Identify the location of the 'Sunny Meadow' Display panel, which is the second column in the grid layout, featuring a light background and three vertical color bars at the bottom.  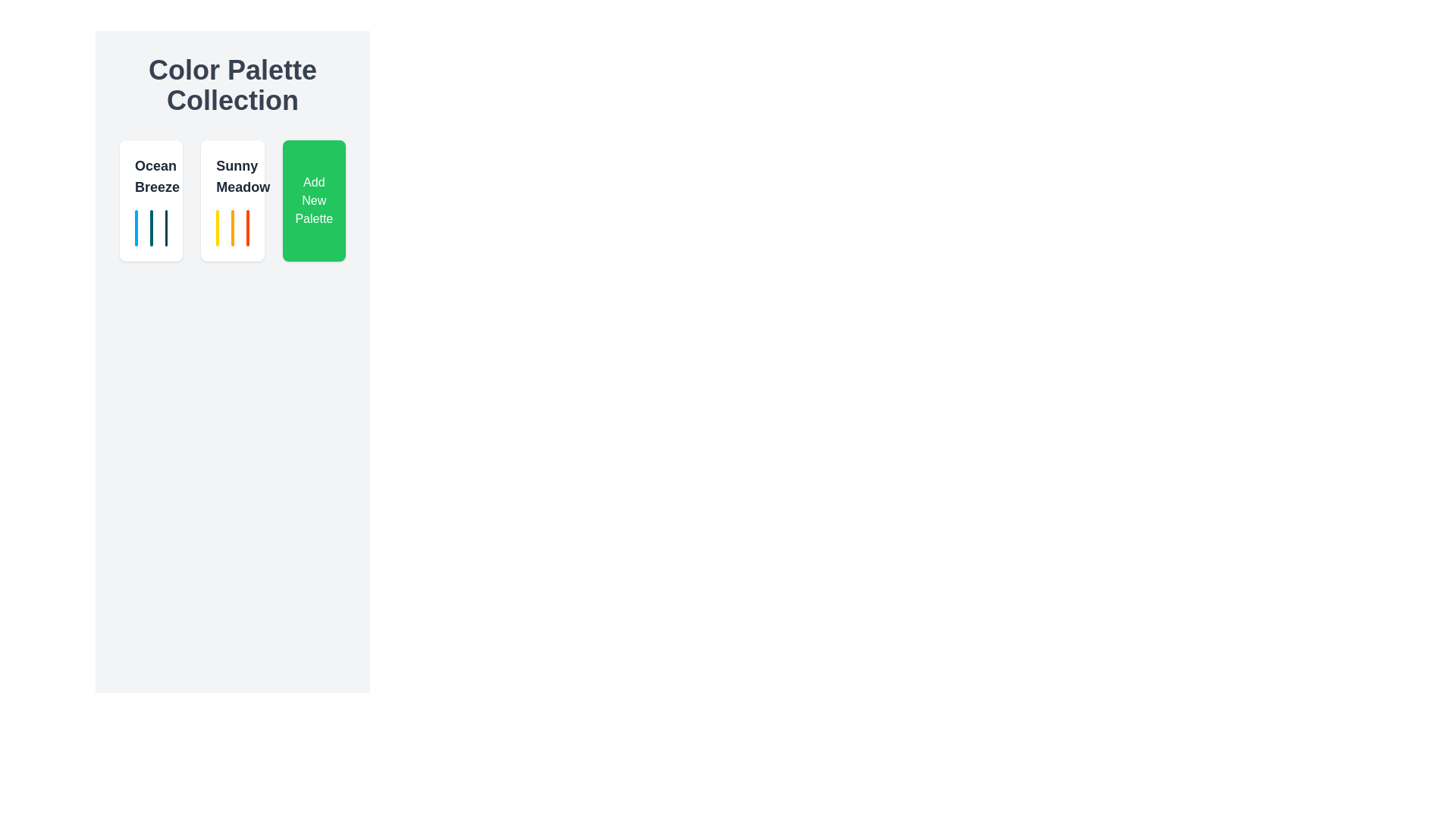
(232, 200).